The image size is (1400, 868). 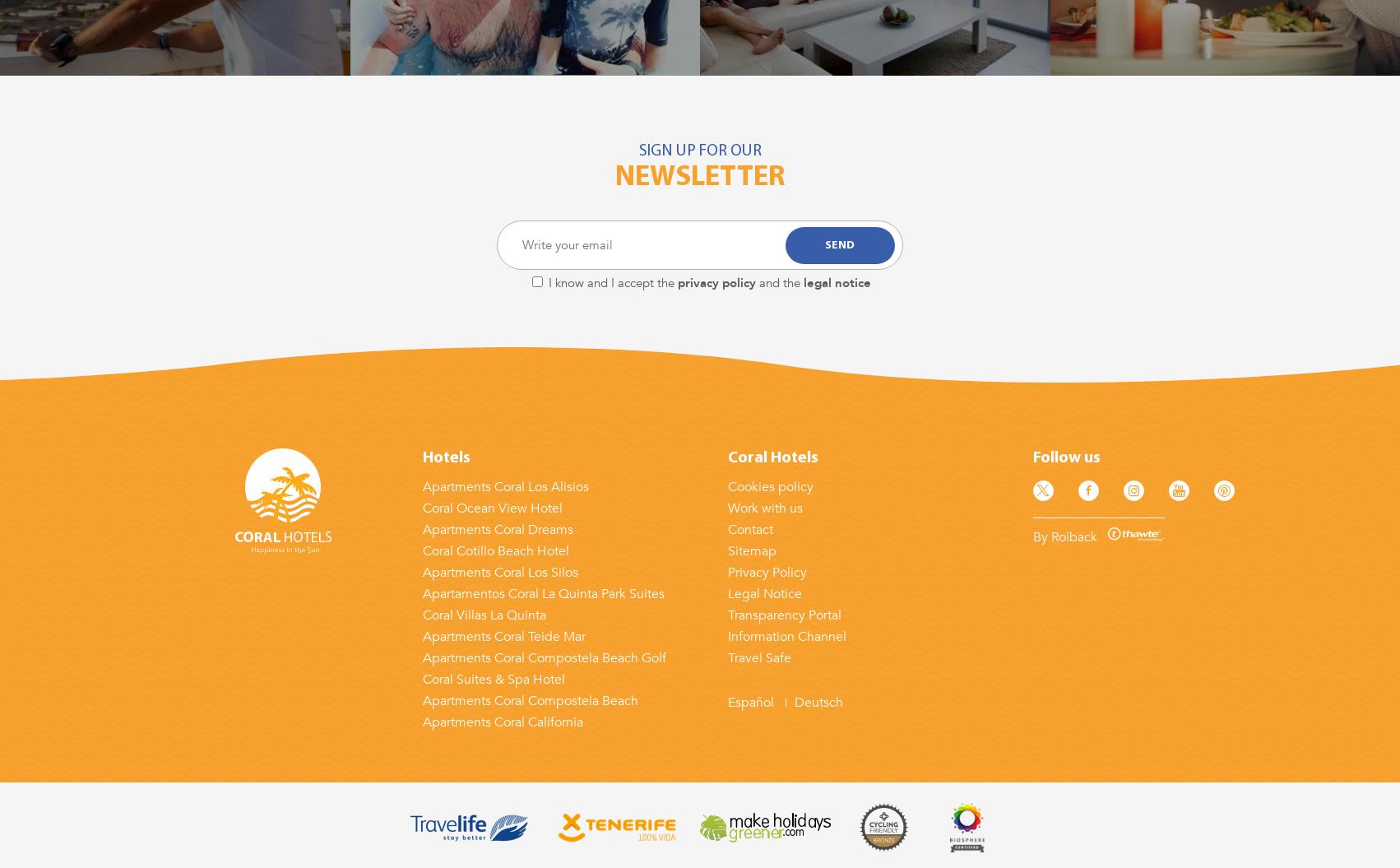 I want to click on 'Deutsch', so click(x=817, y=703).